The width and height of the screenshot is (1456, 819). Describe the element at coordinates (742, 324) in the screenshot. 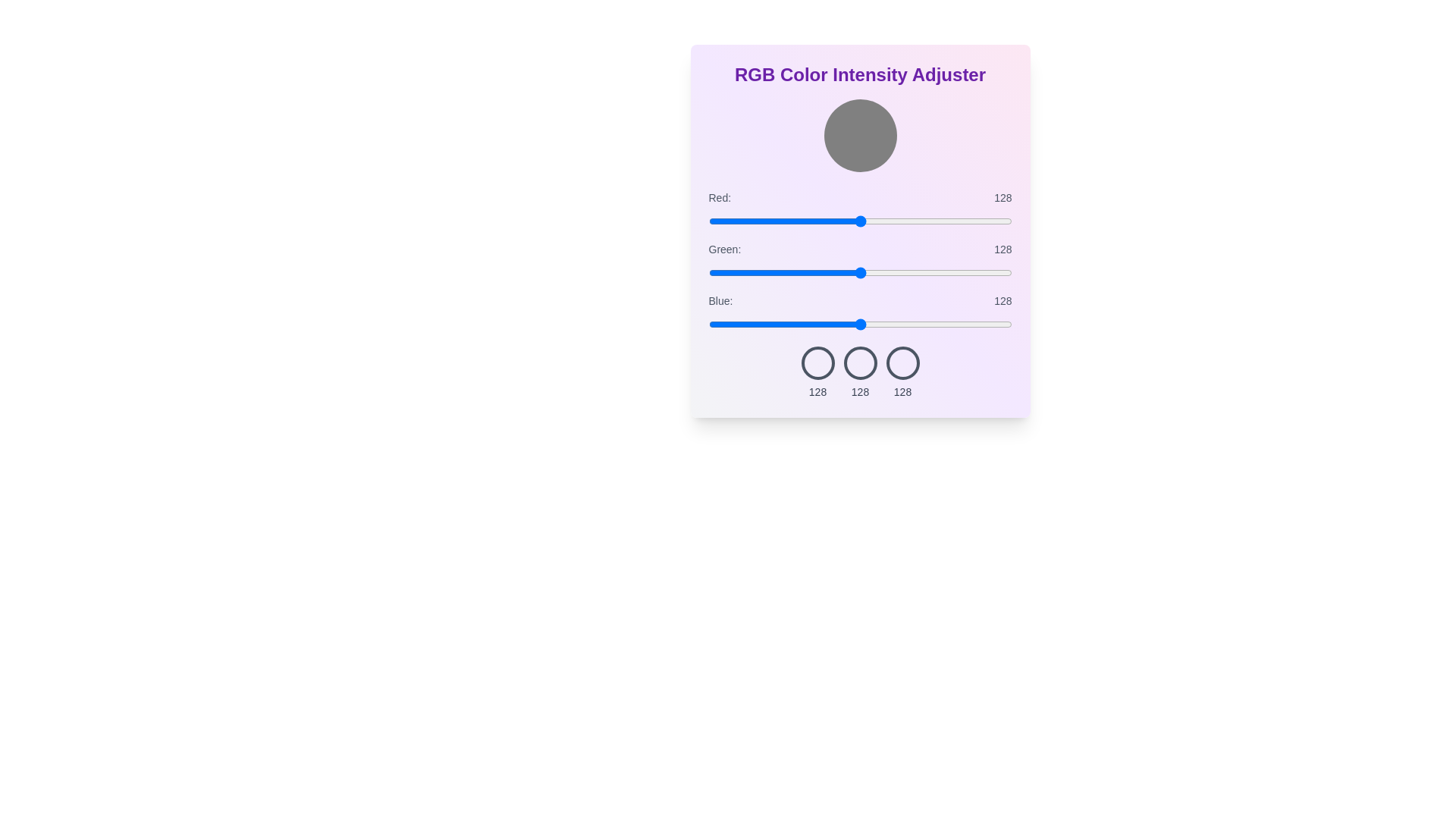

I see `the blue slider to 29` at that location.